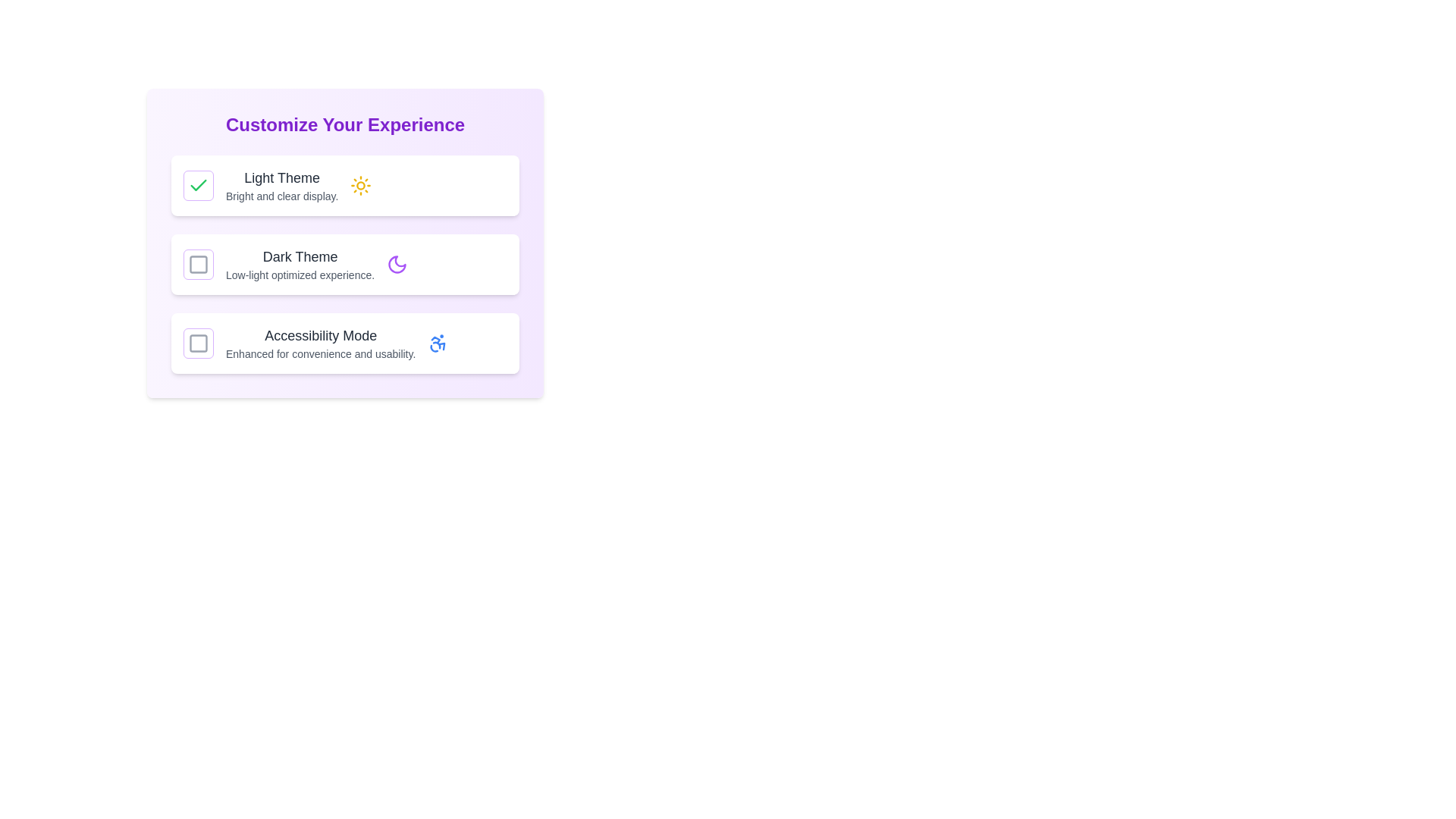  What do you see at coordinates (198, 184) in the screenshot?
I see `the SVG graphic component with a checkmark design indicating that the 'Light Theme' option is selected` at bounding box center [198, 184].